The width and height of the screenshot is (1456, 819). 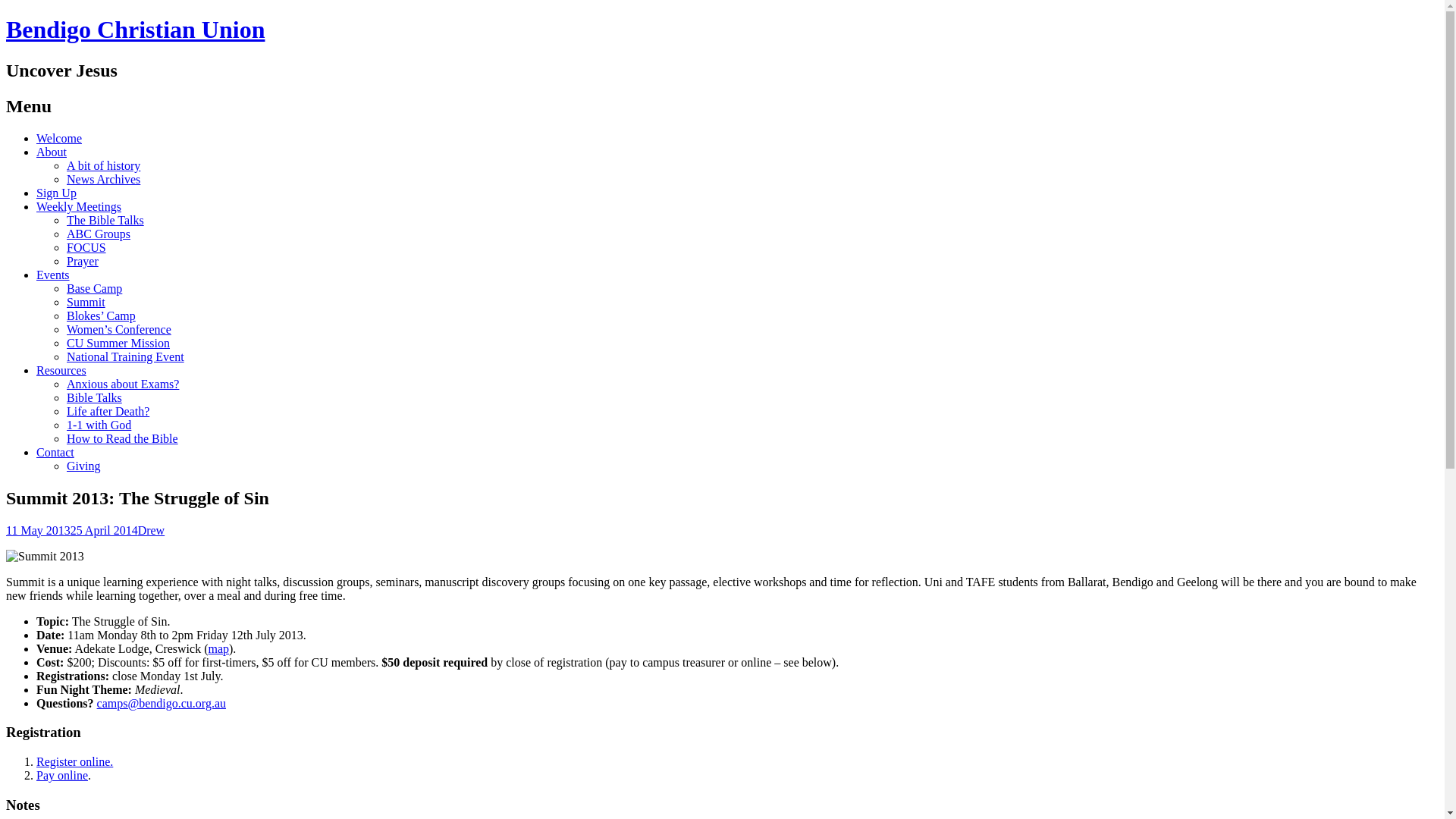 What do you see at coordinates (65, 260) in the screenshot?
I see `'Prayer'` at bounding box center [65, 260].